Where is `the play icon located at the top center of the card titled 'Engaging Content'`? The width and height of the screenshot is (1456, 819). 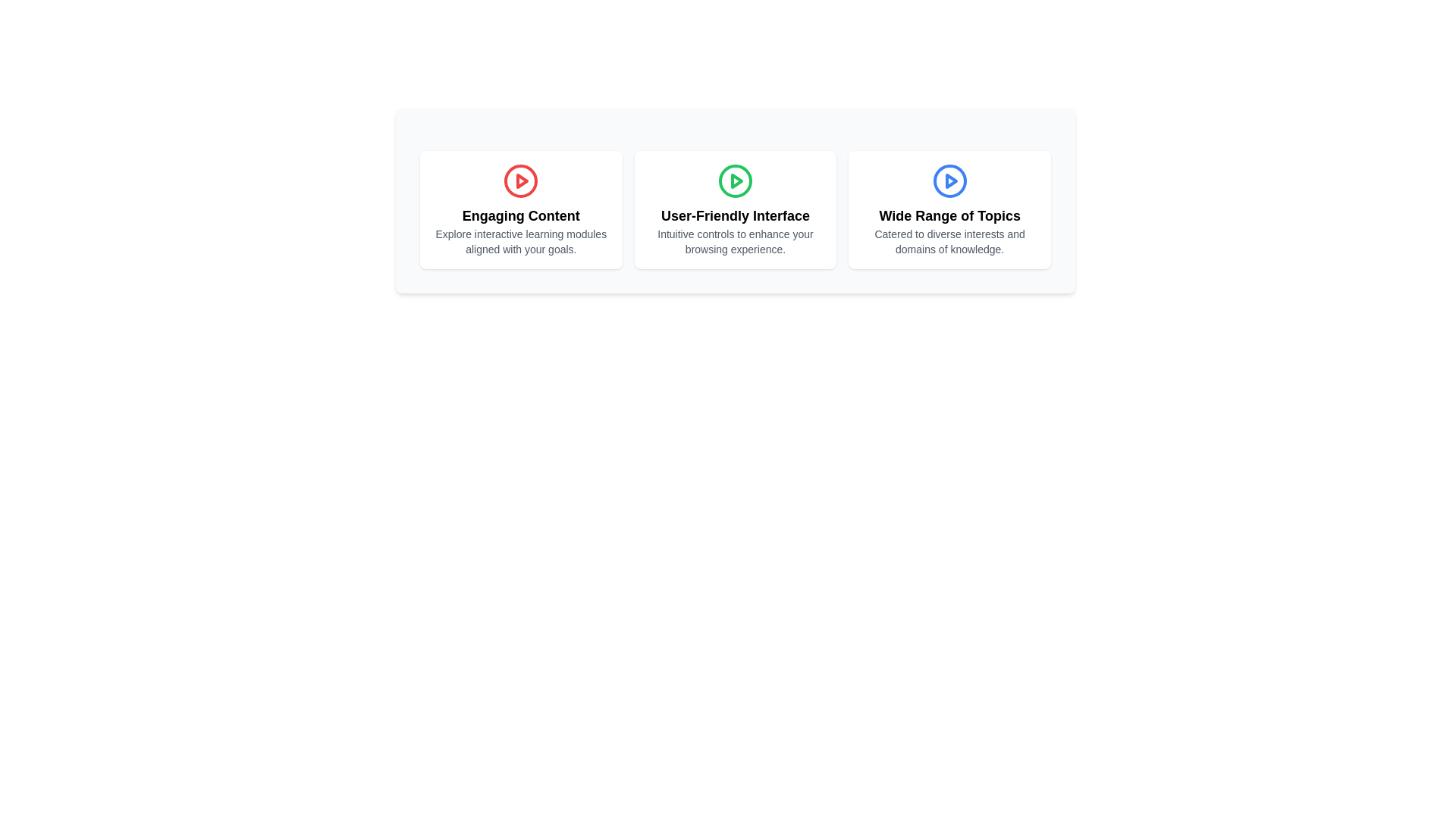 the play icon located at the top center of the card titled 'Engaging Content' is located at coordinates (521, 180).